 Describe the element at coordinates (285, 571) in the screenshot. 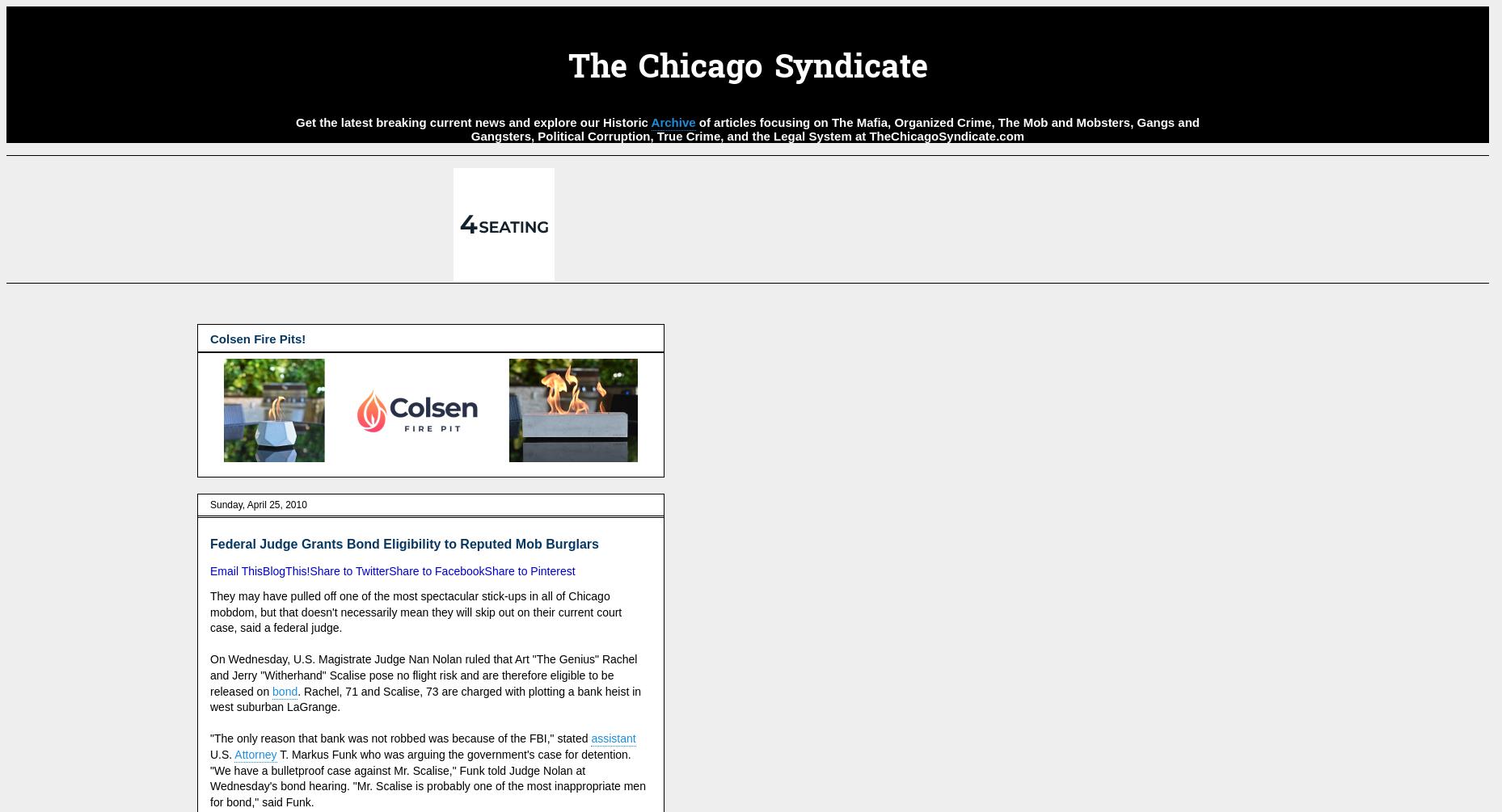

I see `'BlogThis!'` at that location.